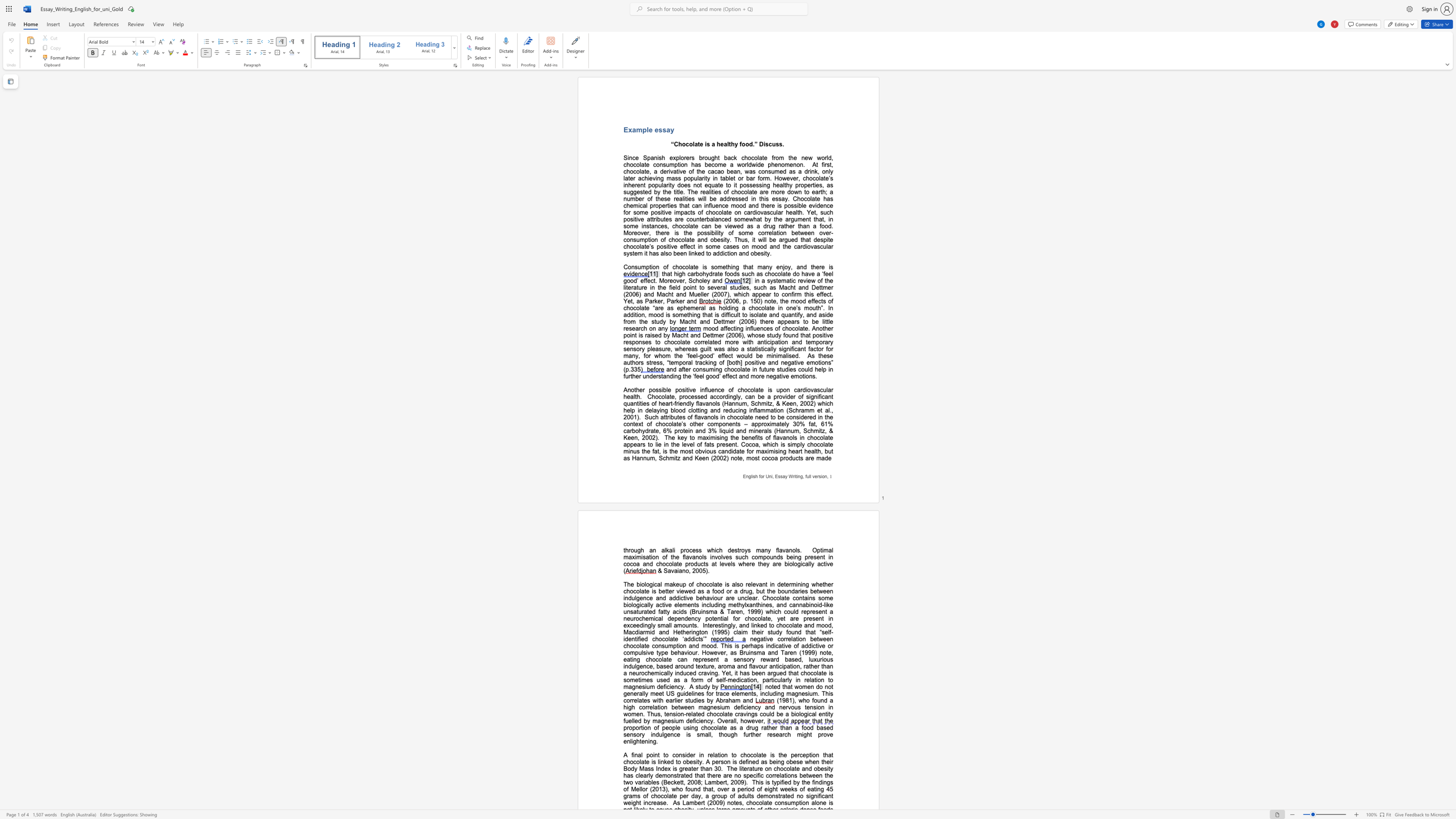 The height and width of the screenshot is (819, 1456). Describe the element at coordinates (714, 369) in the screenshot. I see `the subset text "ng chocolate in future studies could help in further understanding the ‘feel good’ eff" within the text "and after consuming chocolate in future studies could help in further understanding the ‘feel good’ effect and more negative emotions."` at that location.